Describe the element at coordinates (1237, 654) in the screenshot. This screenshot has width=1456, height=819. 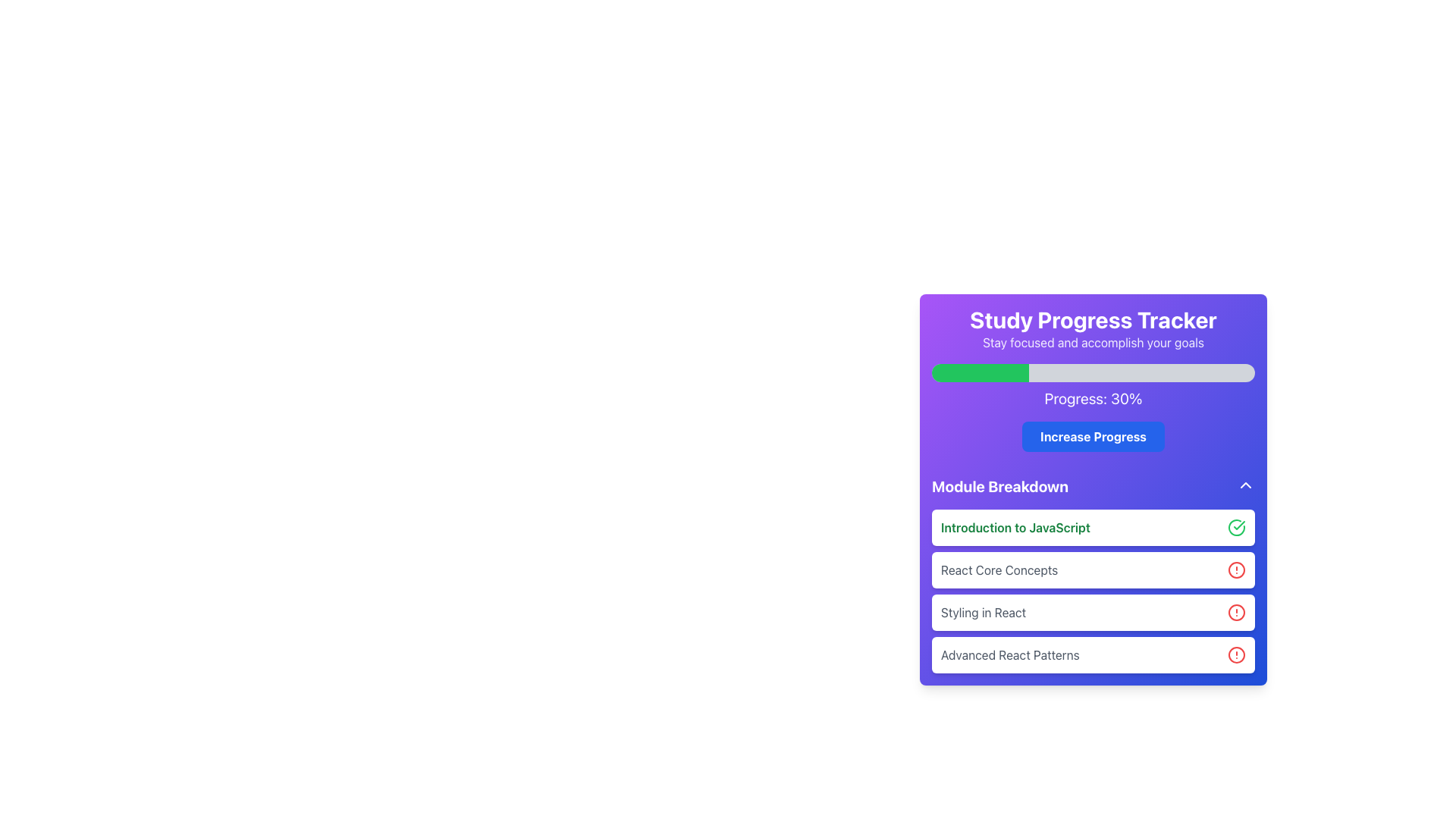
I see `the red alert status icon circular element for the 'Advanced React Patterns' module in the 'Module Breakdown' section` at that location.